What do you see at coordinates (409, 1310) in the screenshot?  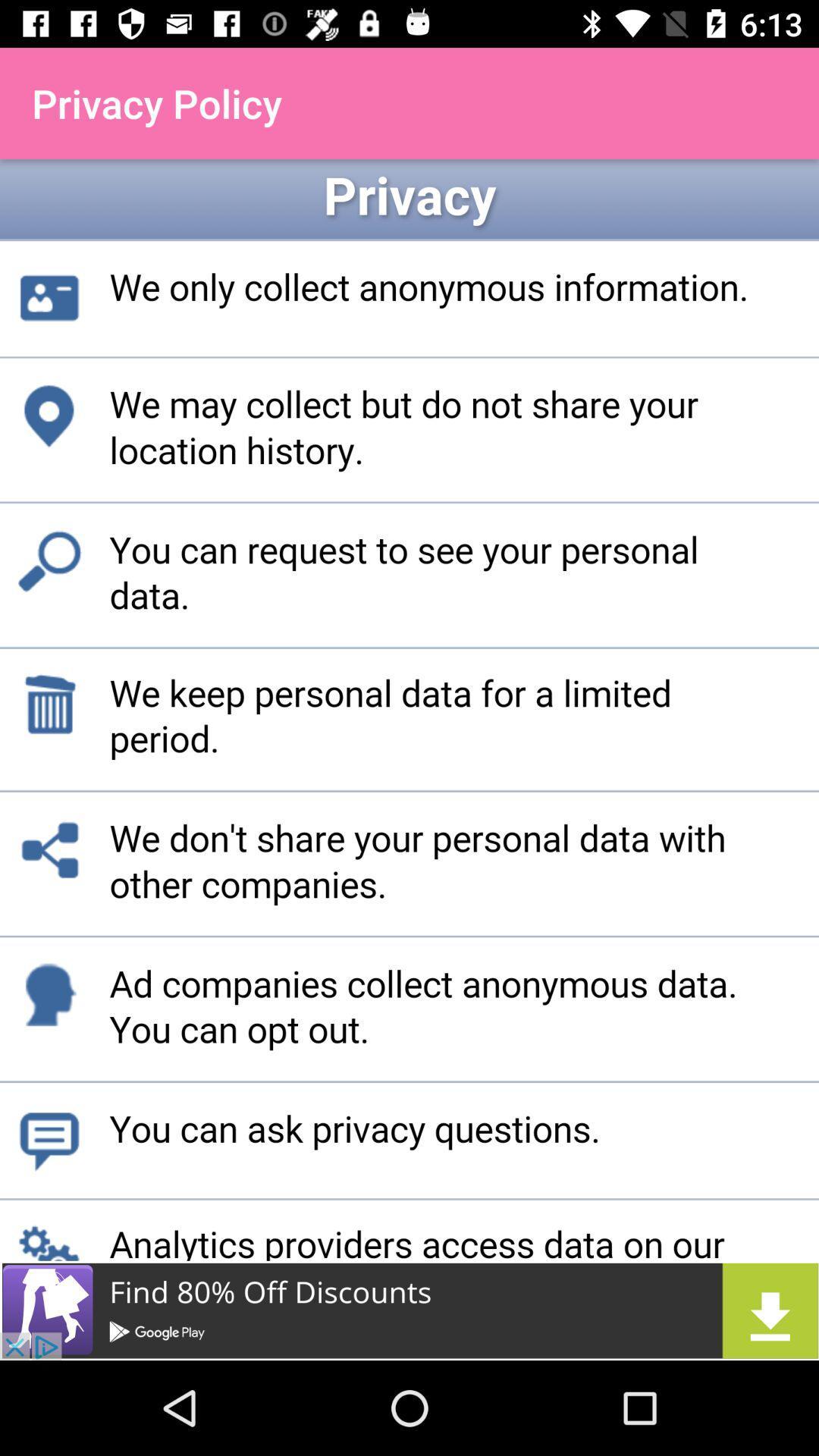 I see `goes to advertiser 's website` at bounding box center [409, 1310].